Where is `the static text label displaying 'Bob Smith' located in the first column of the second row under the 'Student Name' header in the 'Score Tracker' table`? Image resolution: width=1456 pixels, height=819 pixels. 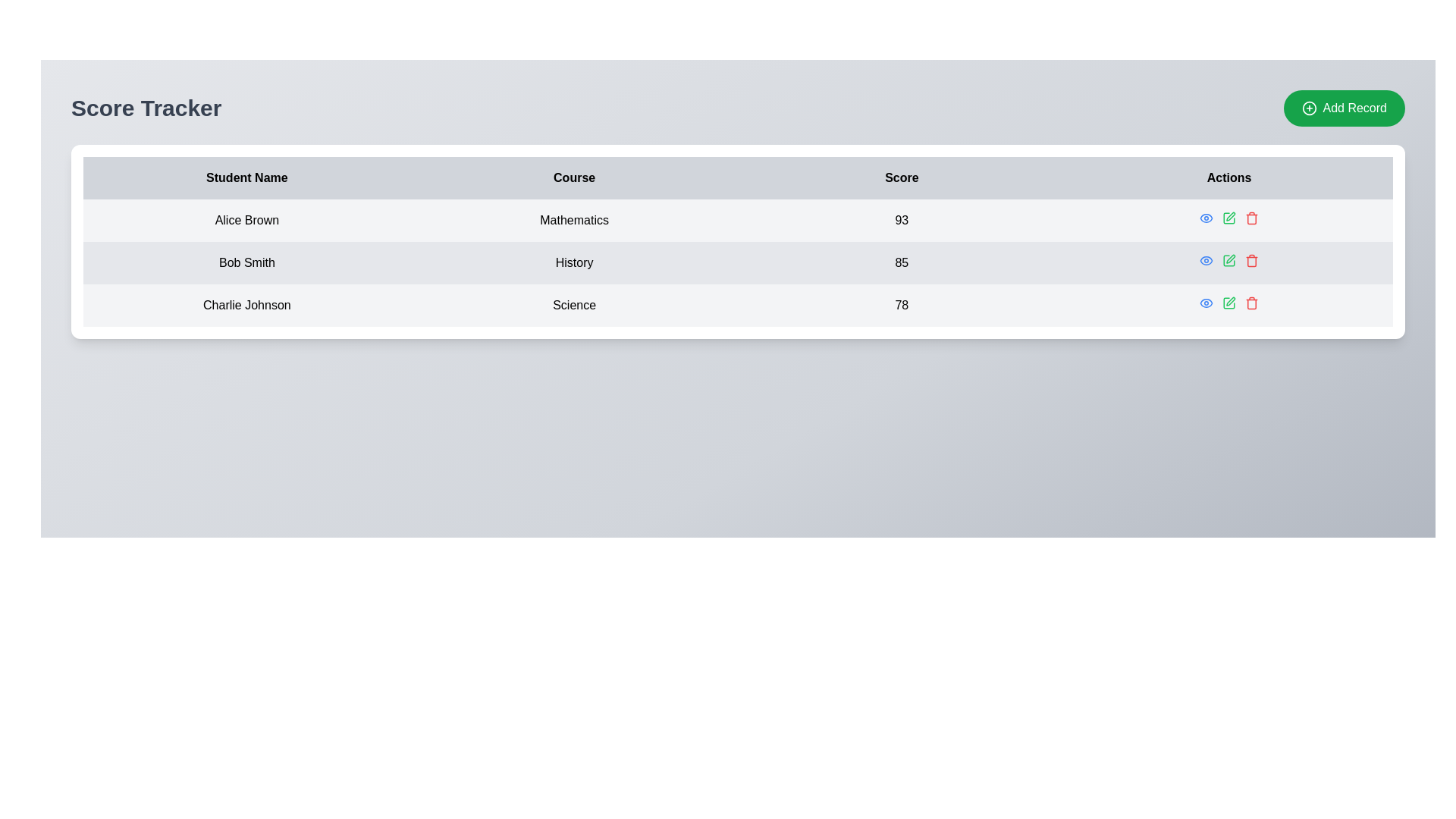
the static text label displaying 'Bob Smith' located in the first column of the second row under the 'Student Name' header in the 'Score Tracker' table is located at coordinates (246, 262).